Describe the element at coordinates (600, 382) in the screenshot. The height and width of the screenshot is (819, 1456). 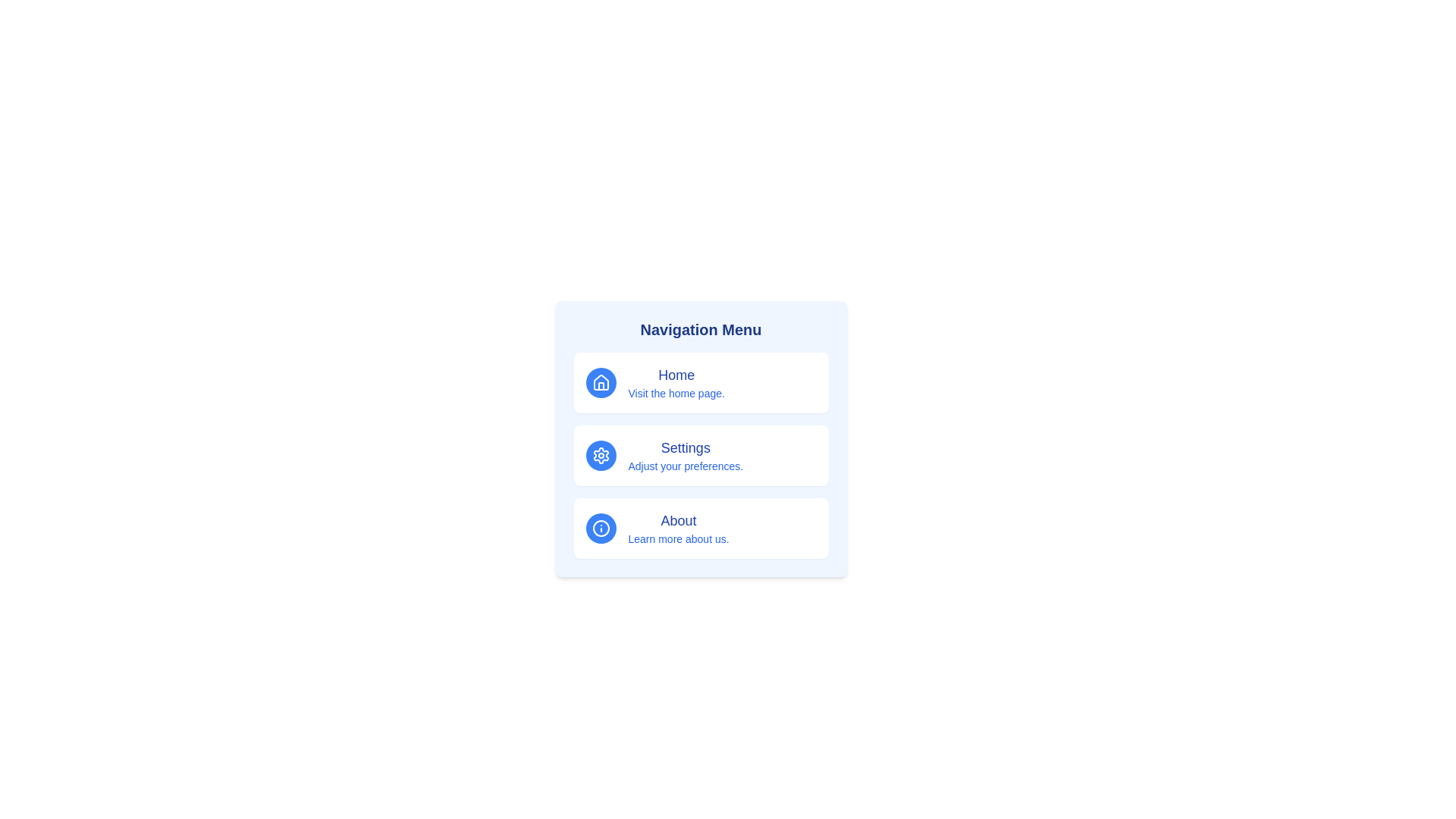
I see `the circular button located in the uppermost card of the 'Navigation Menu'` at that location.